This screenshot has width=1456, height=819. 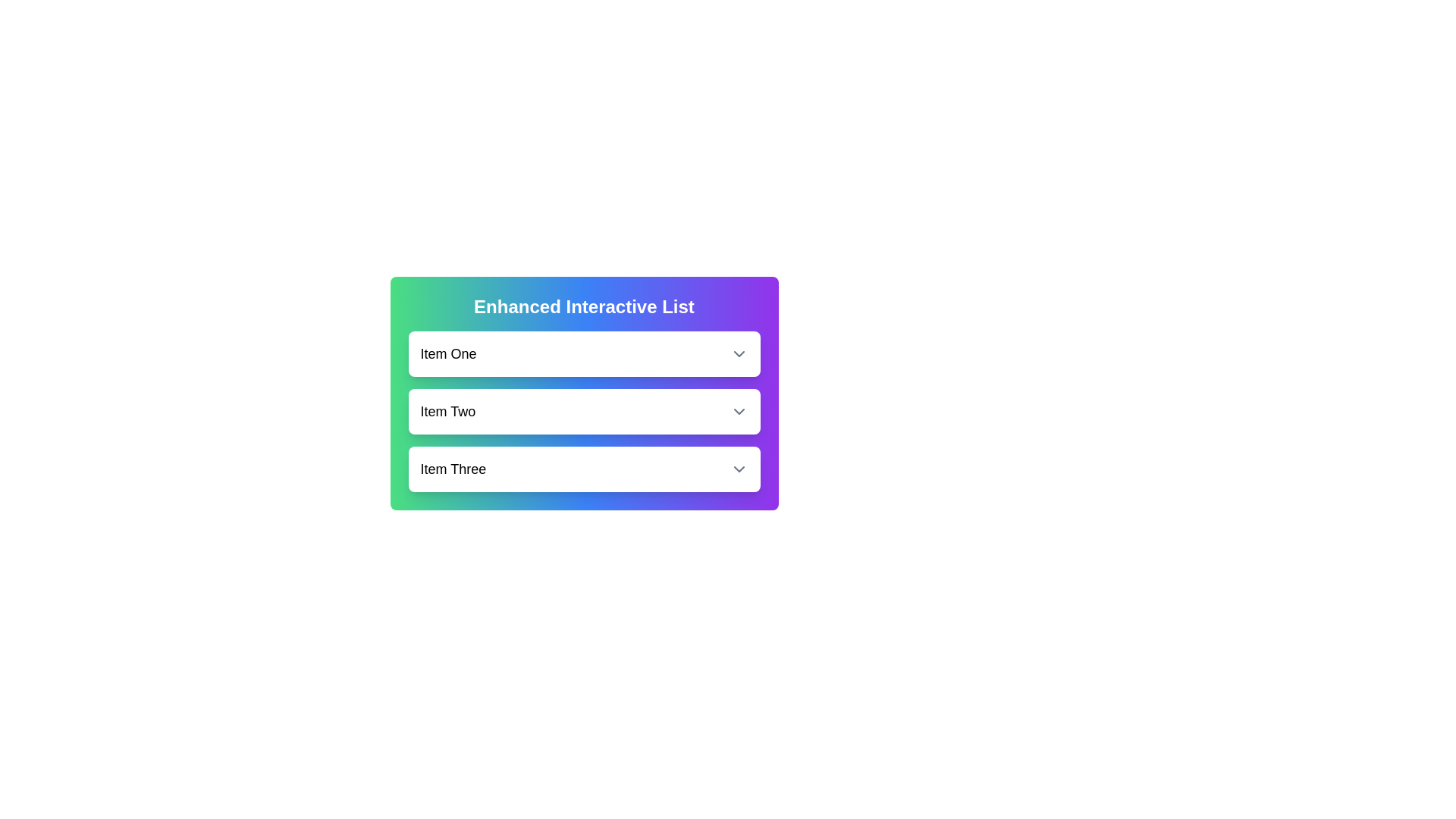 What do you see at coordinates (739, 468) in the screenshot?
I see `the downward-facing arrow icon within the dropdown button of the 'Item Three' row` at bounding box center [739, 468].